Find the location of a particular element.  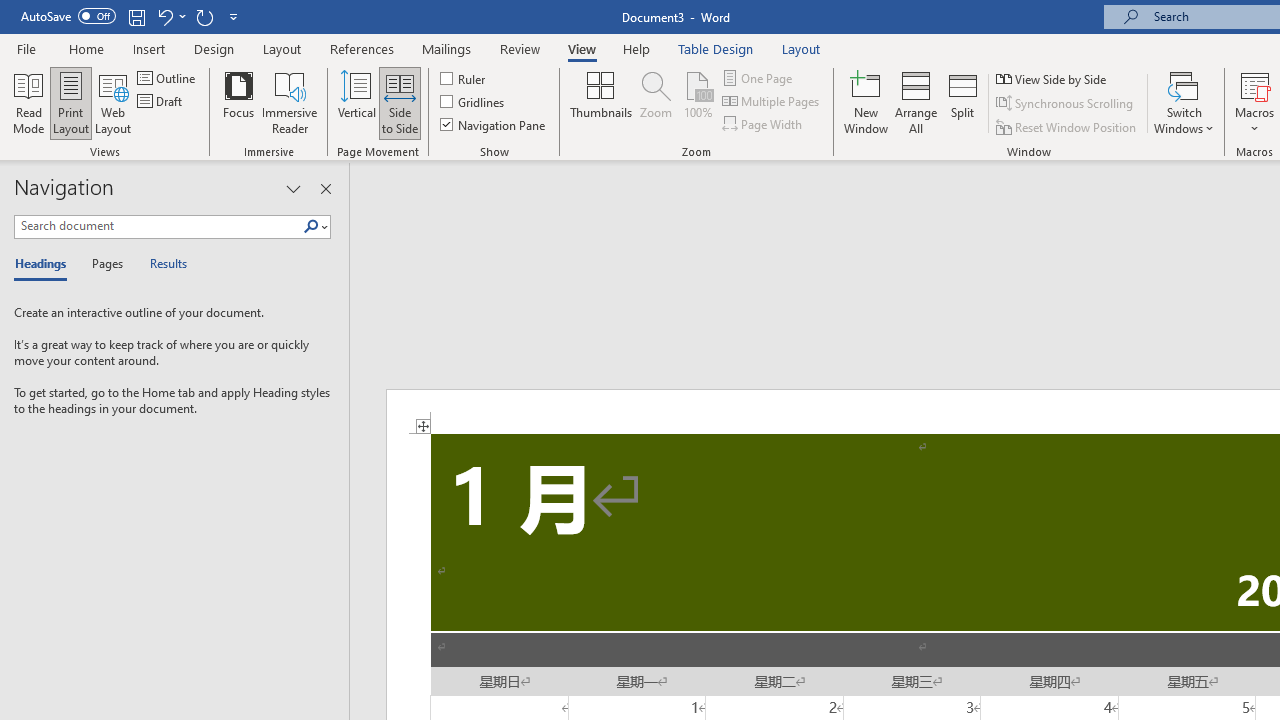

'One Page' is located at coordinates (758, 77).